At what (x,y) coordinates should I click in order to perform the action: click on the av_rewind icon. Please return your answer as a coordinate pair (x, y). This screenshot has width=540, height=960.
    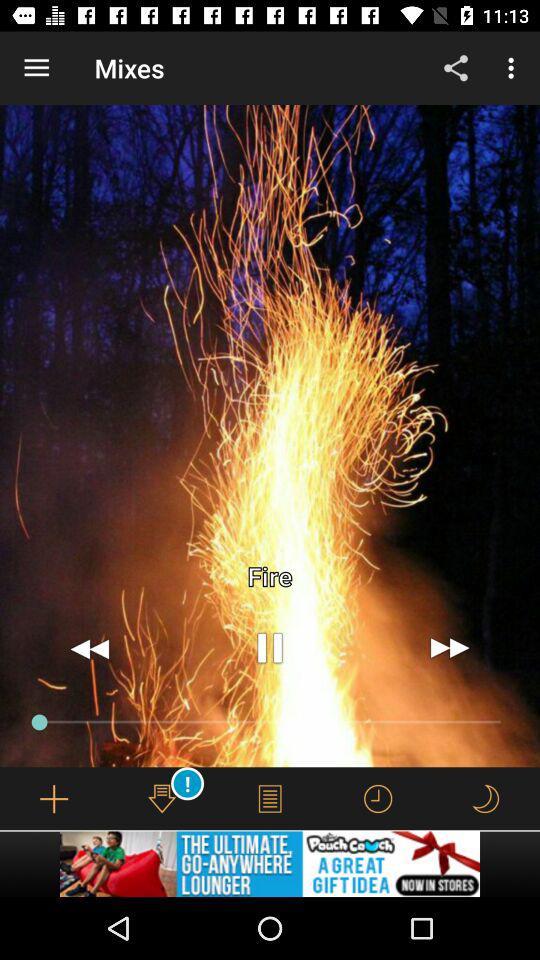
    Looking at the image, I should click on (89, 647).